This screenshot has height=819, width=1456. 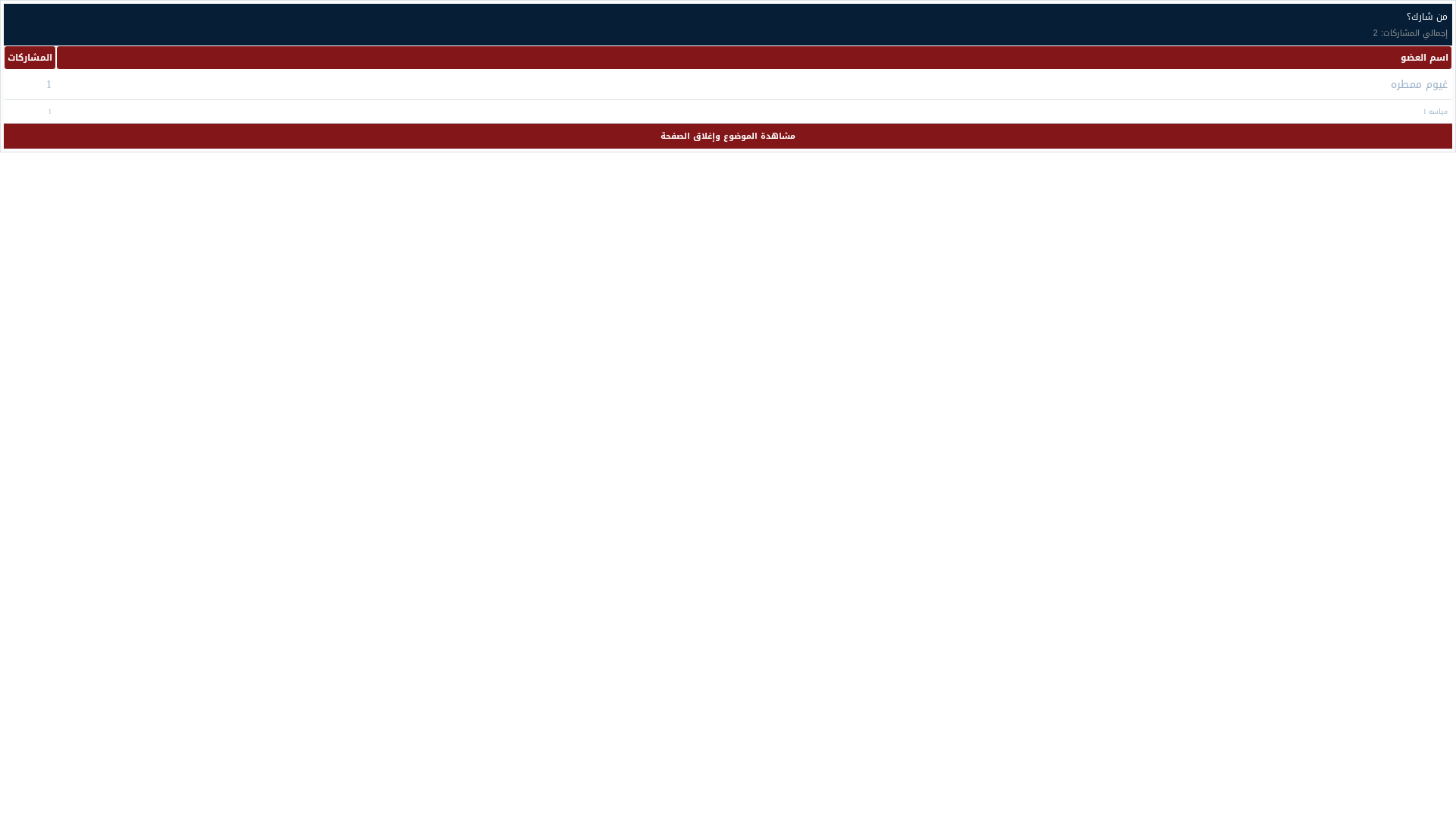 I want to click on '1', so click(x=49, y=84).